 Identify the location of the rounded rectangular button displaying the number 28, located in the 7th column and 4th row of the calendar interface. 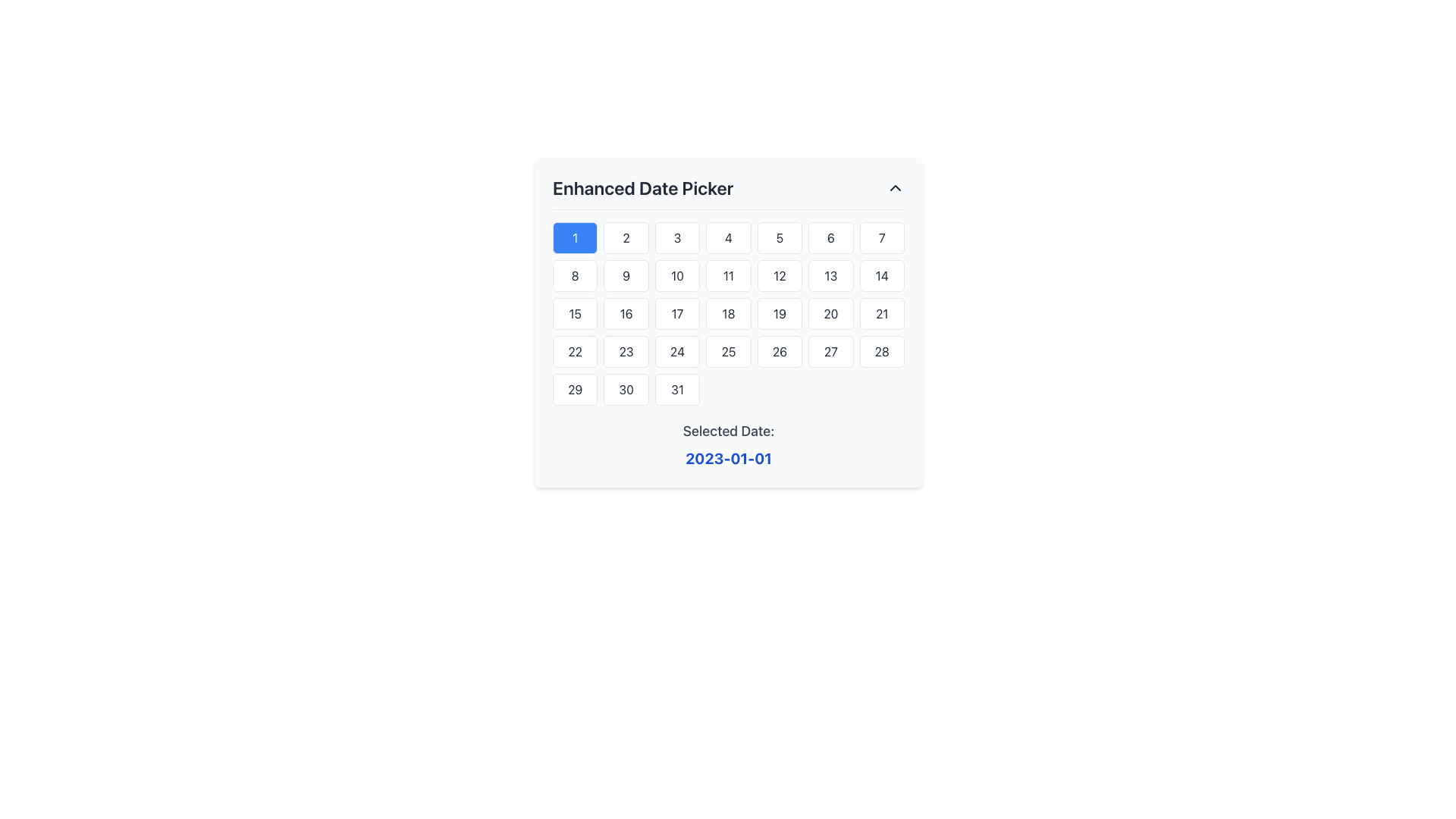
(882, 351).